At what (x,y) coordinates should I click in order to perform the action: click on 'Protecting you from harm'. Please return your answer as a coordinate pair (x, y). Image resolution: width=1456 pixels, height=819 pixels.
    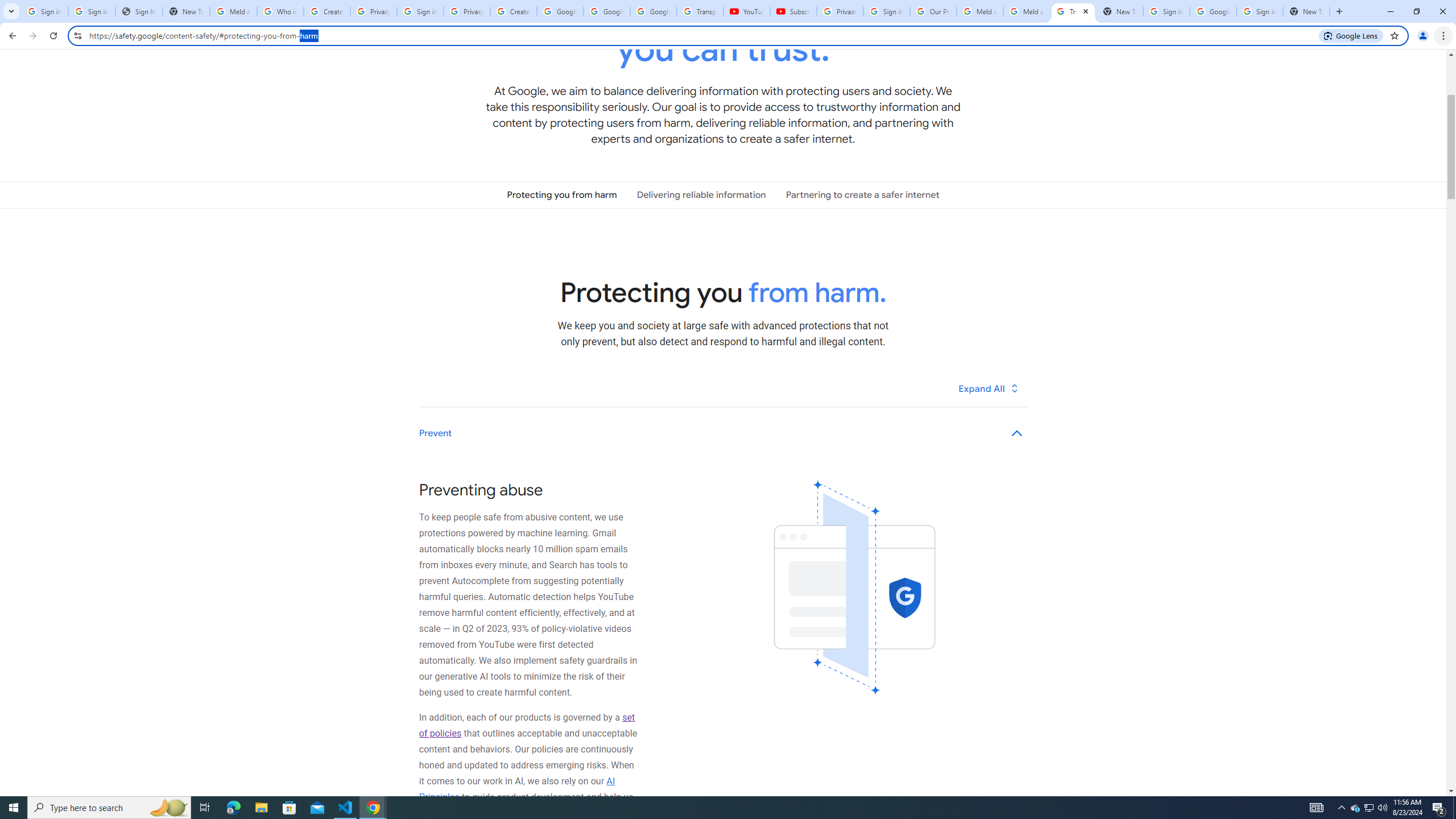
    Looking at the image, I should click on (561, 194).